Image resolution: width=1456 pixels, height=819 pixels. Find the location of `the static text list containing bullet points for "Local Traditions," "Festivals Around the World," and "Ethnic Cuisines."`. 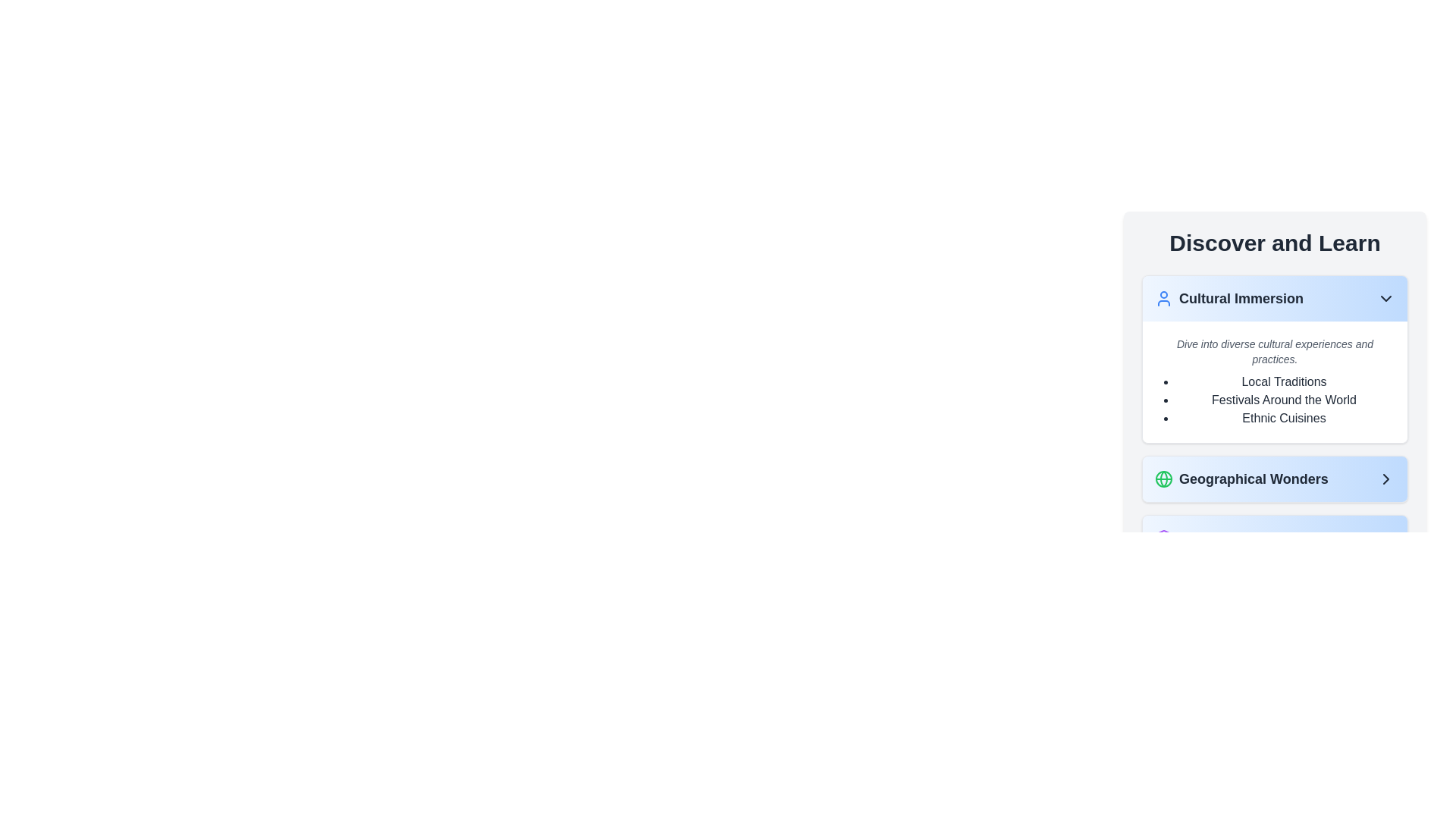

the static text list containing bullet points for "Local Traditions," "Festivals Around the World," and "Ethnic Cuisines." is located at coordinates (1274, 400).